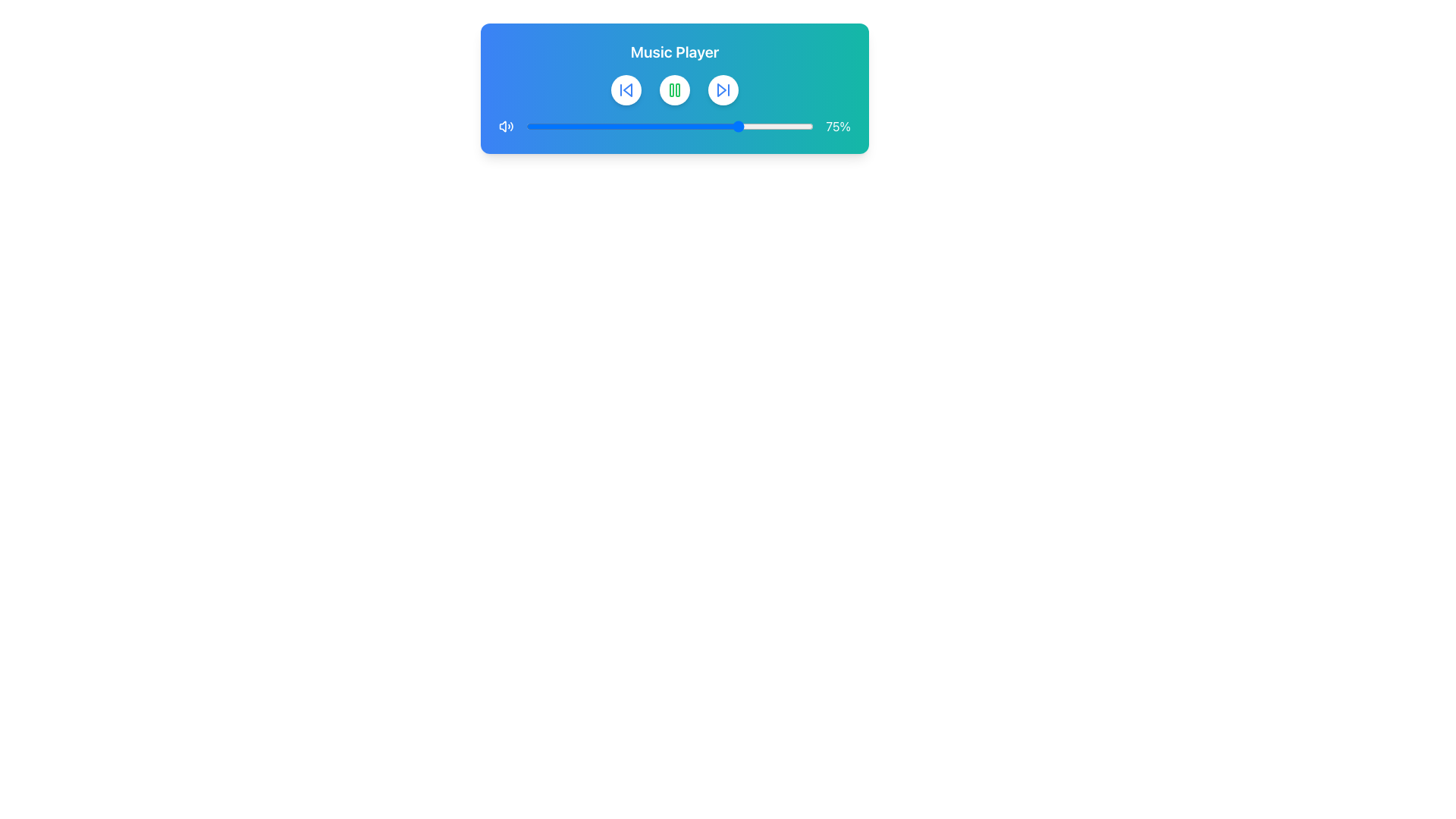  Describe the element at coordinates (669, 125) in the screenshot. I see `the thumb of the horizontal slider, which is currently set at approximately 75` at that location.